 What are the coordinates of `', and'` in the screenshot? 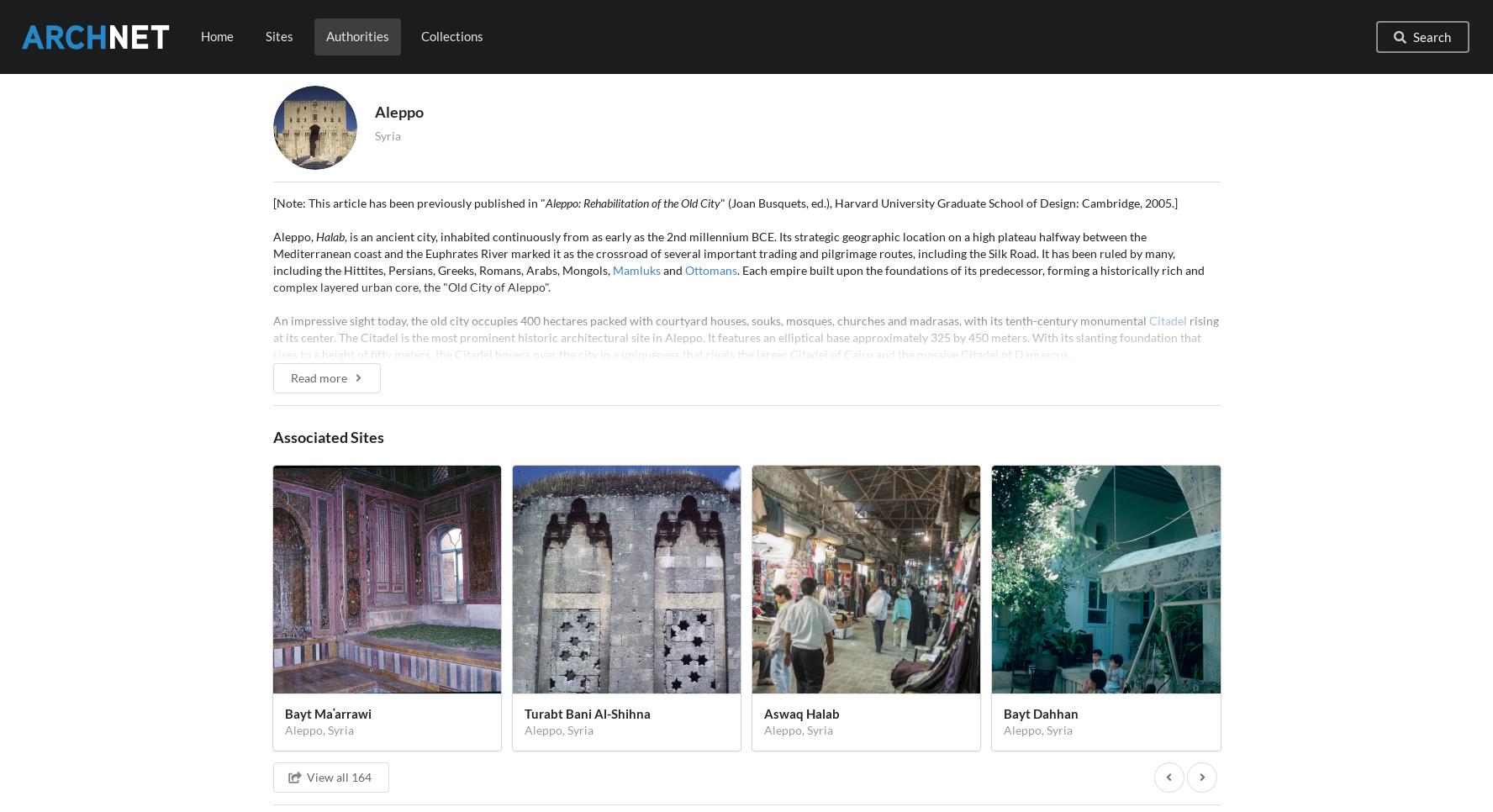 It's located at (484, 772).